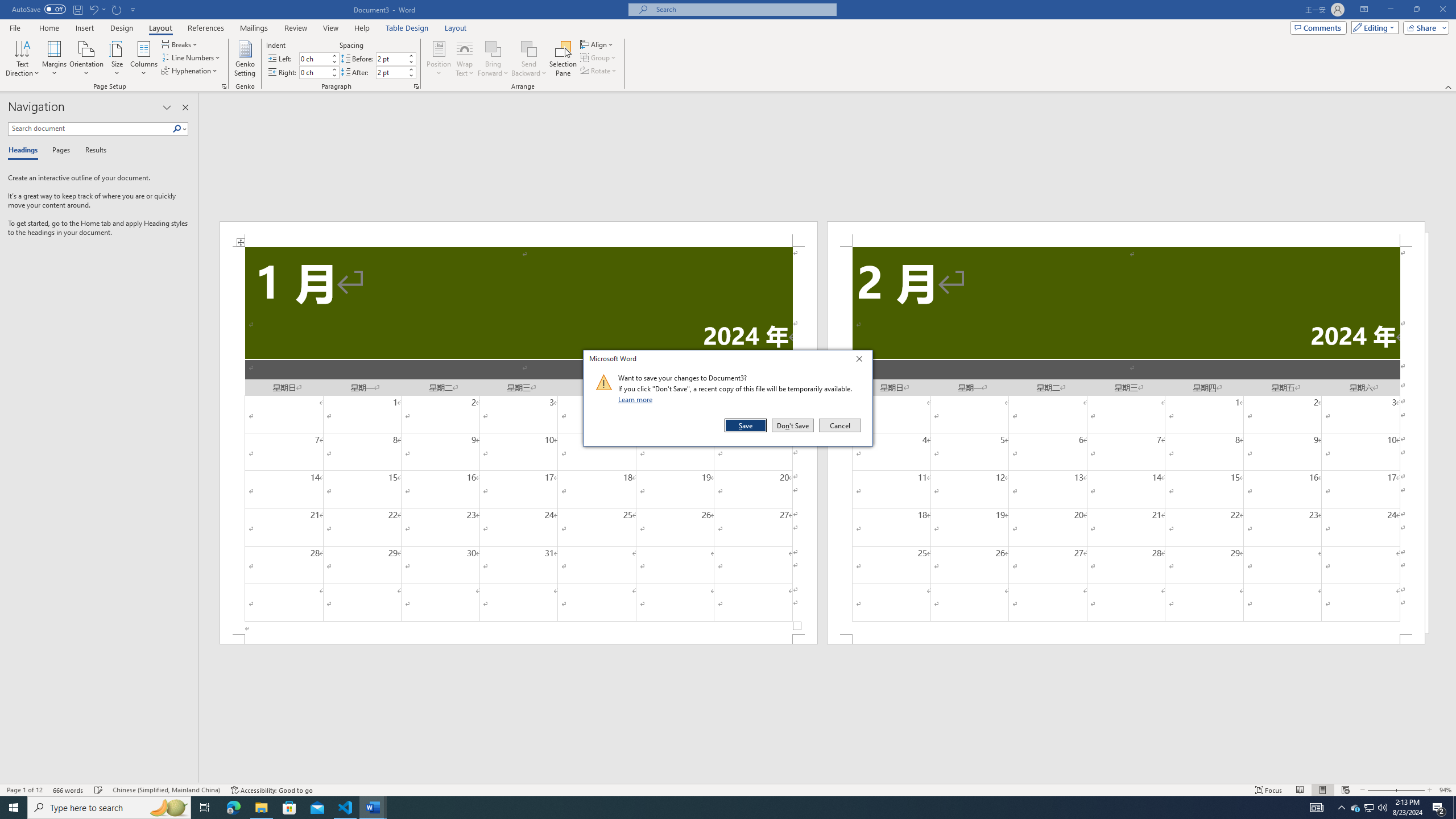 Image resolution: width=1456 pixels, height=819 pixels. Describe the element at coordinates (39, 9) in the screenshot. I see `'AutoSave'` at that location.